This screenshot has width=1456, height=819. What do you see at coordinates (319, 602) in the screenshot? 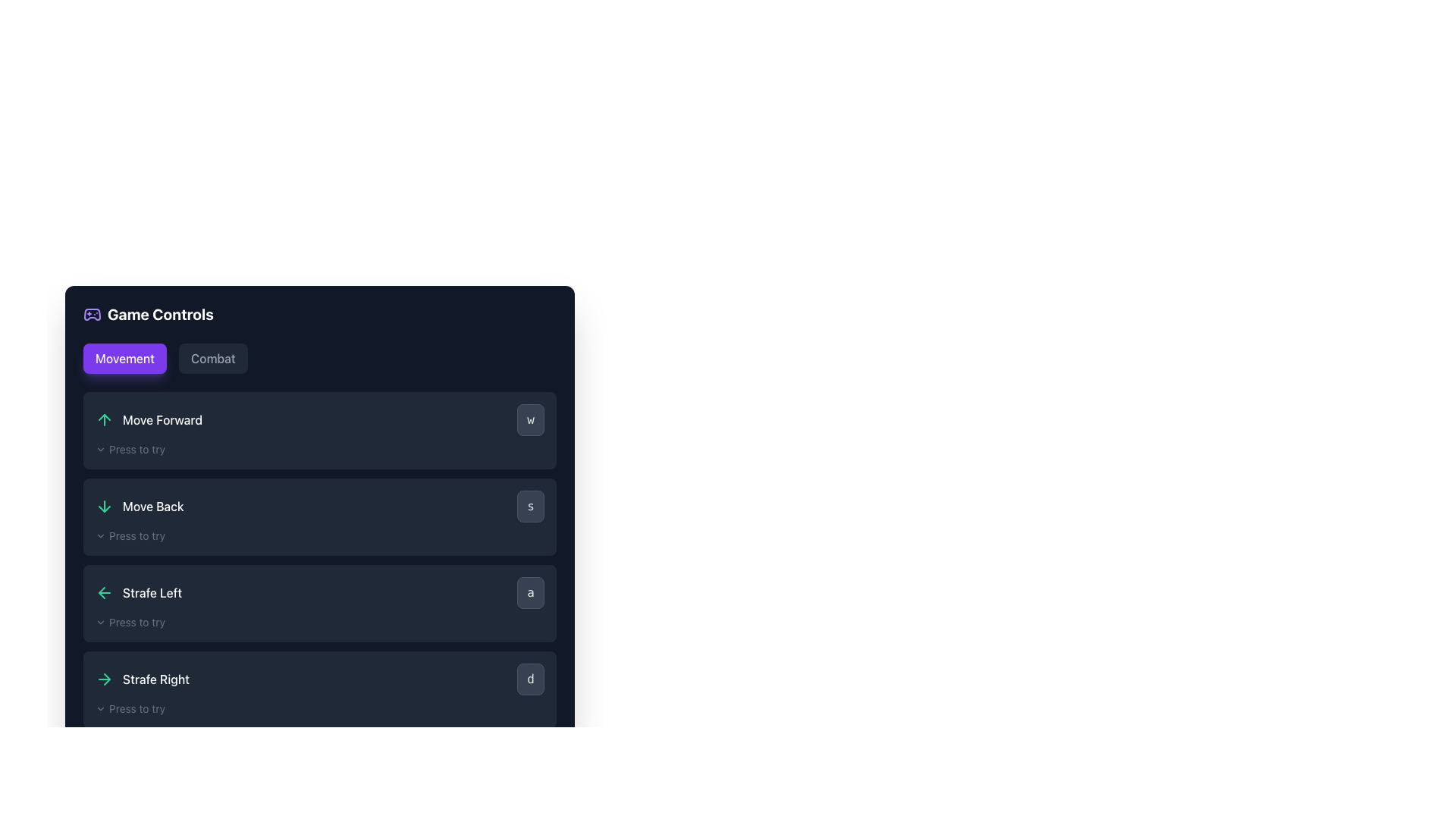
I see `the informational card for 'Strafe Left' which clarifies the action and keybinding 'a', located in the 'Movement' section of the 'Game Controls'` at bounding box center [319, 602].